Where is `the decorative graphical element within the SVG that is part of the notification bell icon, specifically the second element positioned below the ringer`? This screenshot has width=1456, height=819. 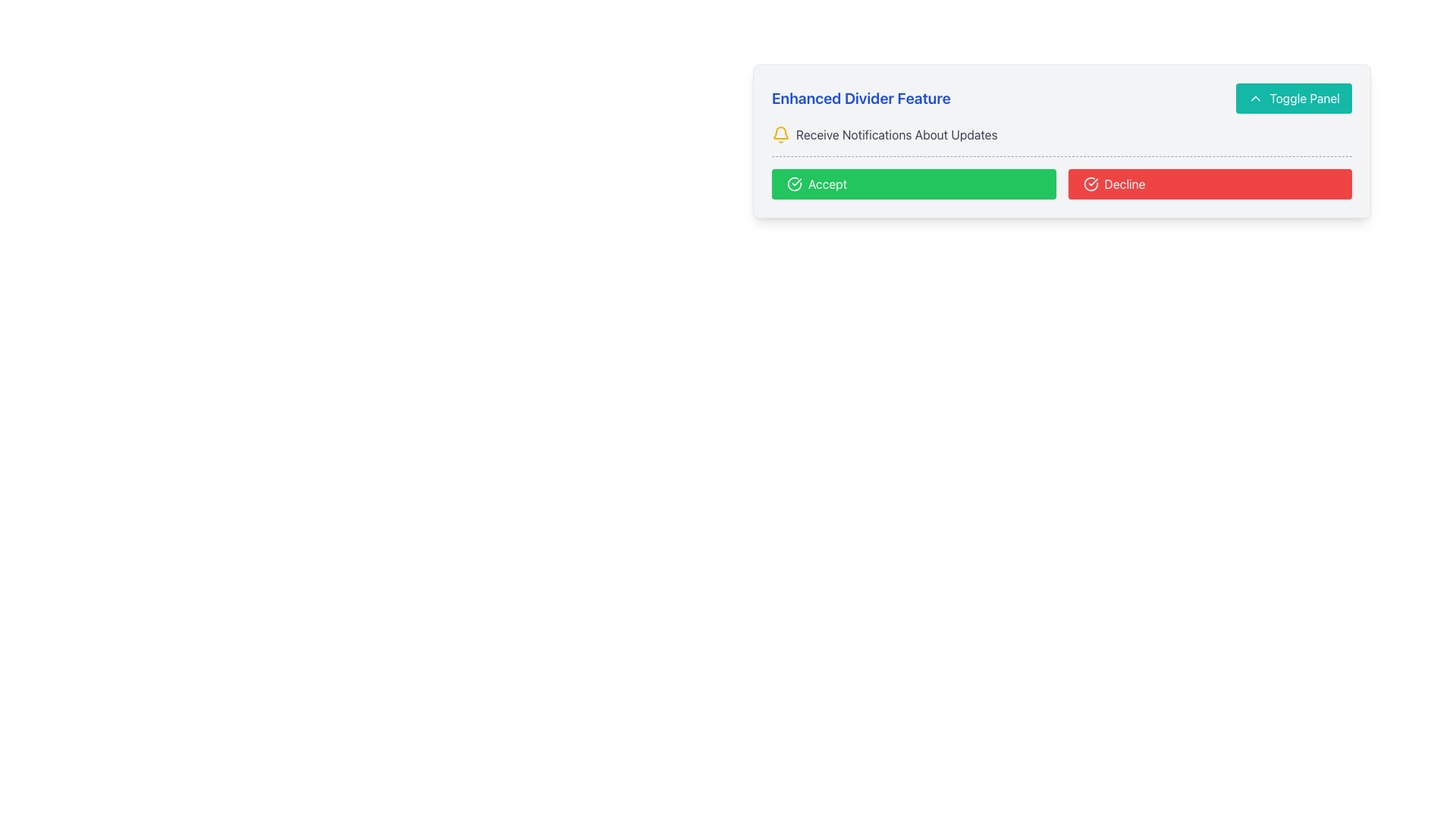
the decorative graphical element within the SVG that is part of the notification bell icon, specifically the second element positioned below the ringer is located at coordinates (781, 132).